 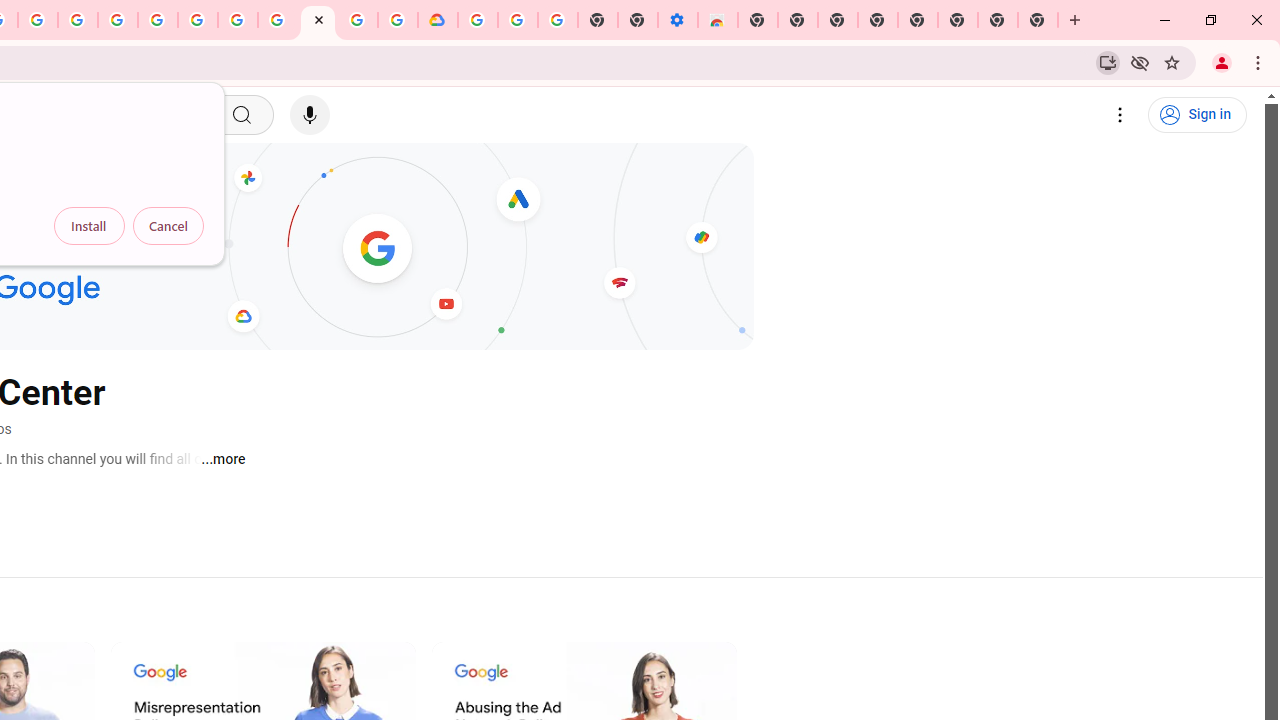 What do you see at coordinates (37, 20) in the screenshot?
I see `'Create your Google Account'` at bounding box center [37, 20].